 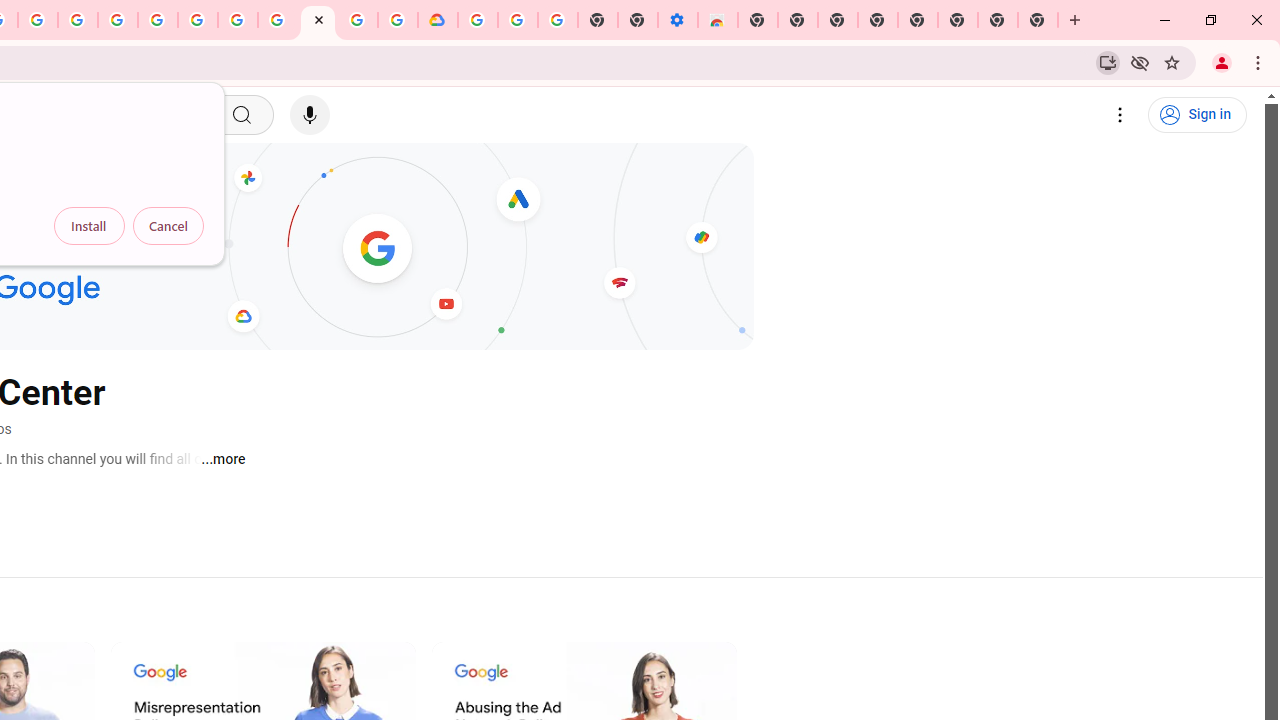 What do you see at coordinates (37, 20) in the screenshot?
I see `'Create your Google Account'` at bounding box center [37, 20].